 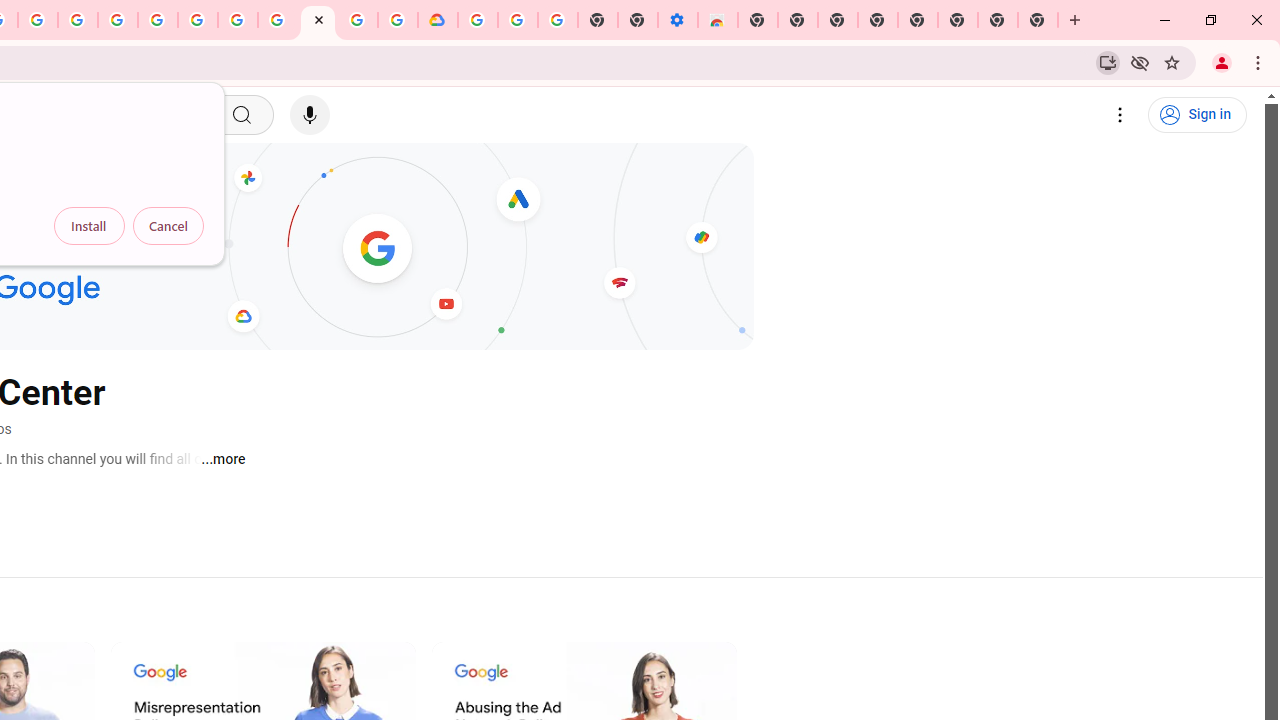 What do you see at coordinates (37, 20) in the screenshot?
I see `'Create your Google Account'` at bounding box center [37, 20].